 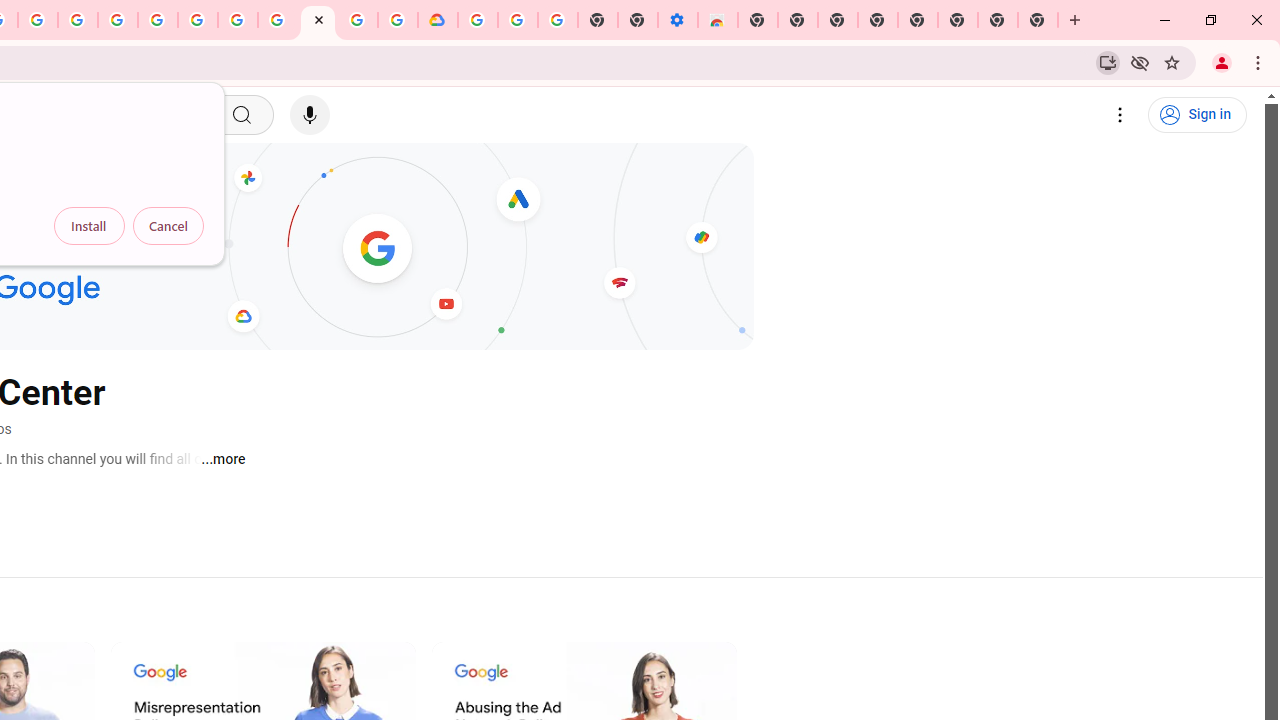 What do you see at coordinates (37, 20) in the screenshot?
I see `'Create your Google Account'` at bounding box center [37, 20].